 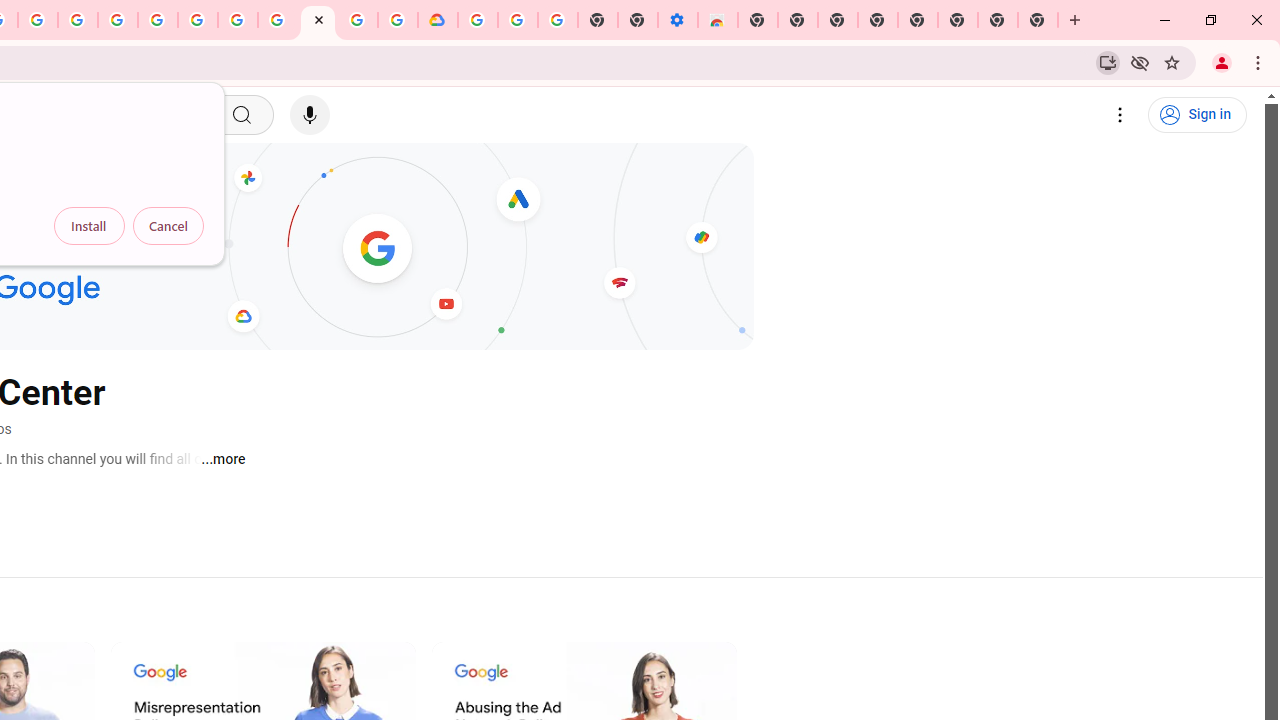 What do you see at coordinates (37, 20) in the screenshot?
I see `'Create your Google Account'` at bounding box center [37, 20].